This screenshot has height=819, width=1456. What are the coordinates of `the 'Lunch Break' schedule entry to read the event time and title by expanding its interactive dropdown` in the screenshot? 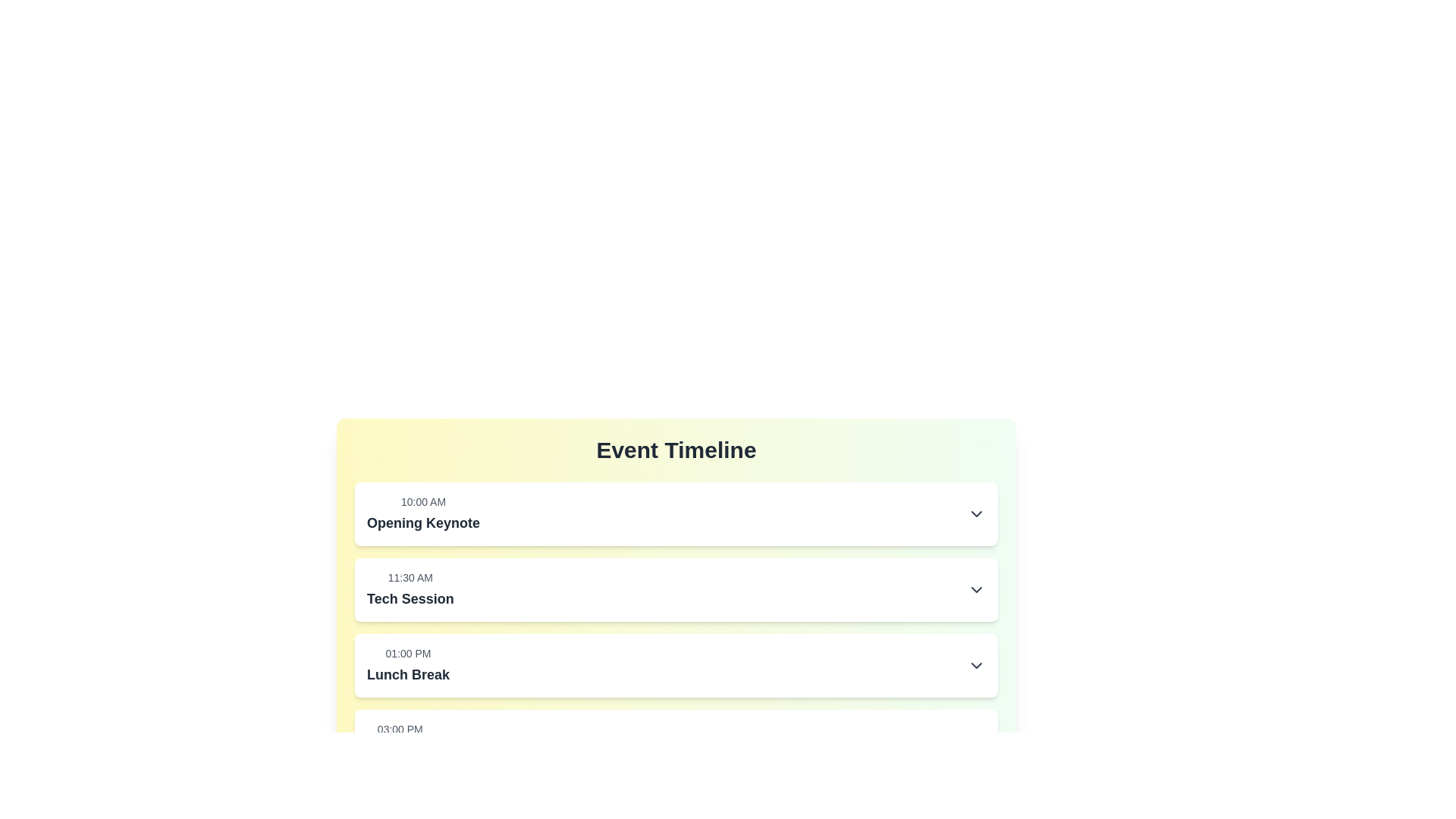 It's located at (676, 665).